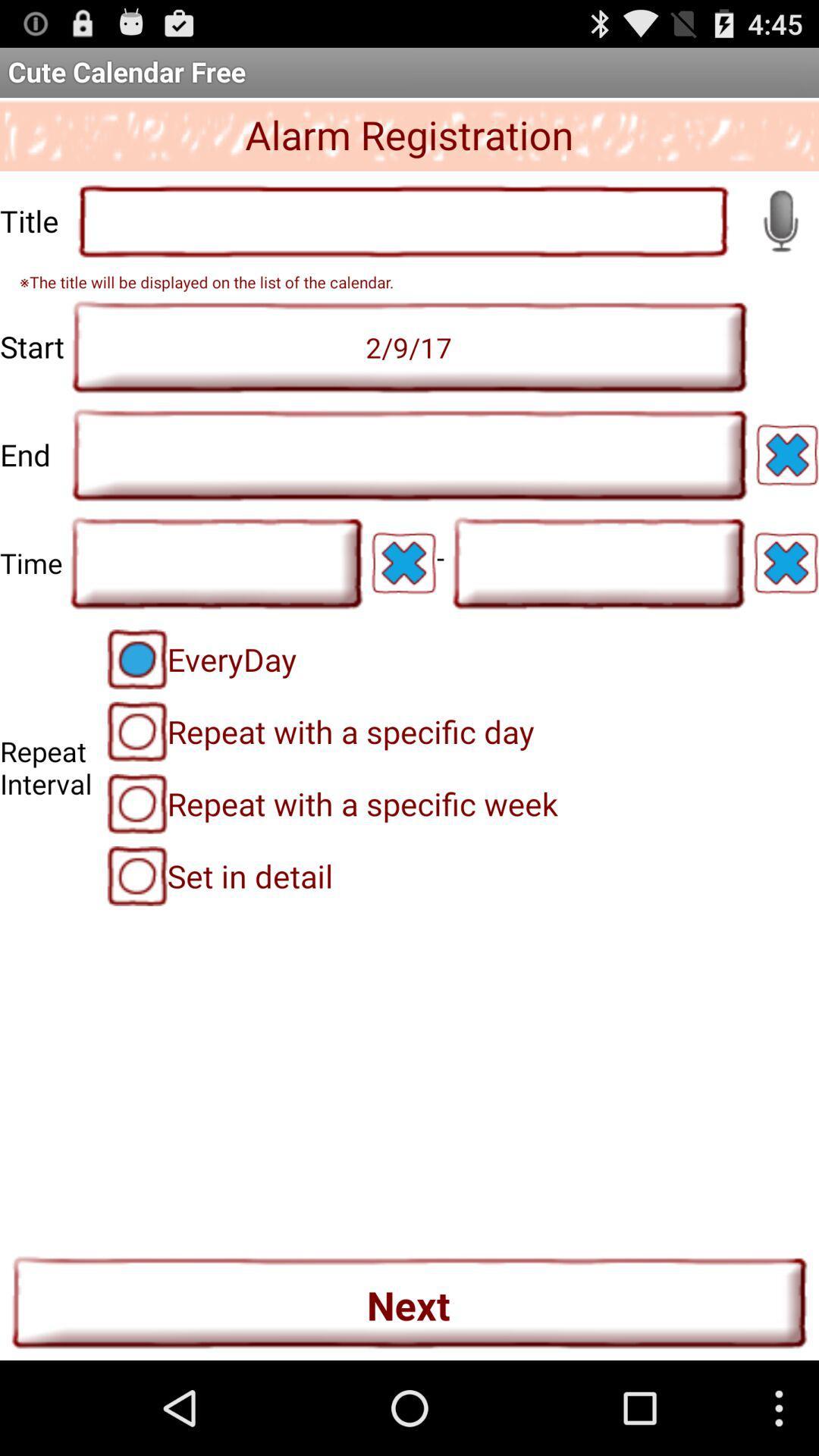  I want to click on voice input, so click(780, 220).